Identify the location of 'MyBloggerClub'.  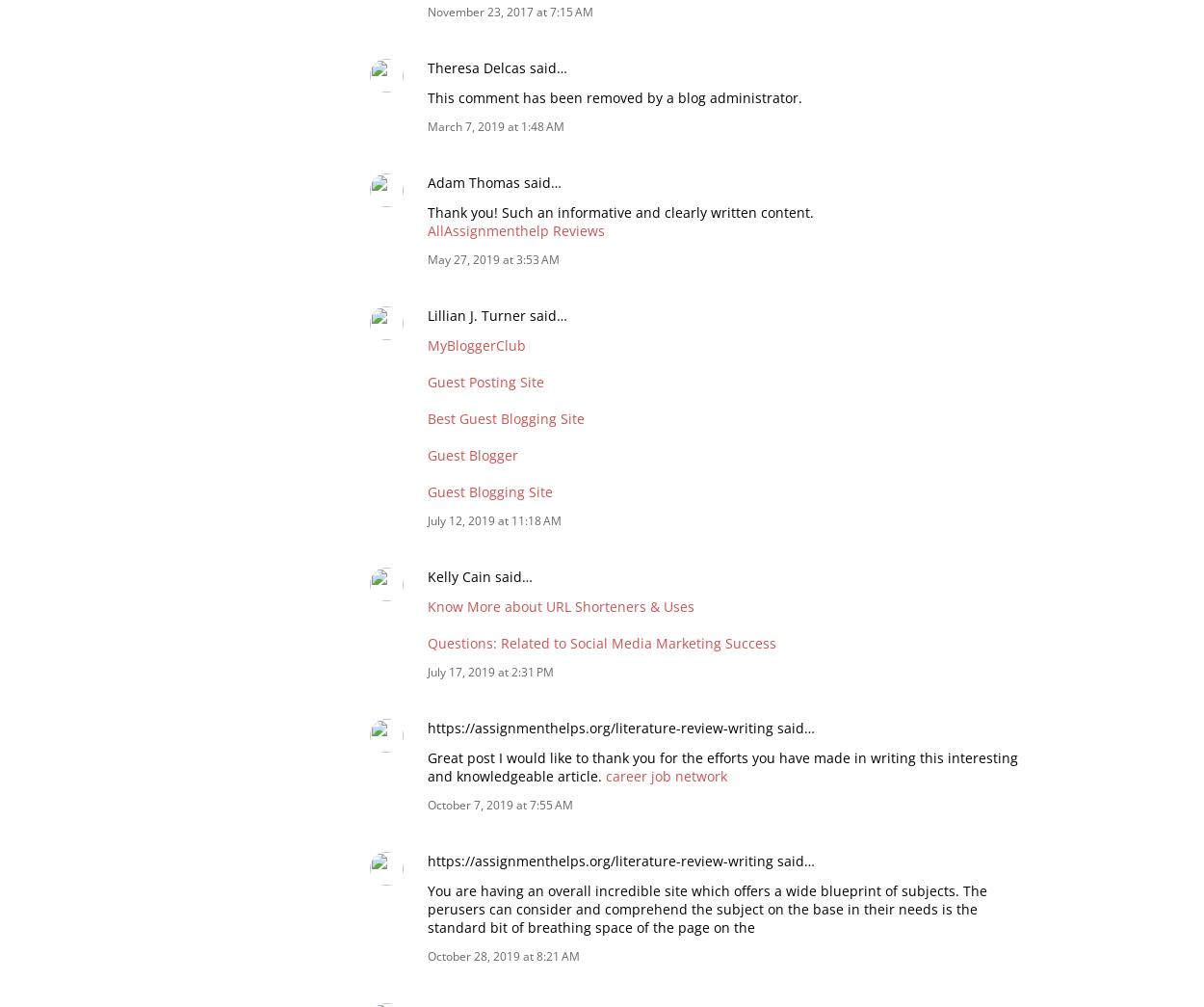
(476, 343).